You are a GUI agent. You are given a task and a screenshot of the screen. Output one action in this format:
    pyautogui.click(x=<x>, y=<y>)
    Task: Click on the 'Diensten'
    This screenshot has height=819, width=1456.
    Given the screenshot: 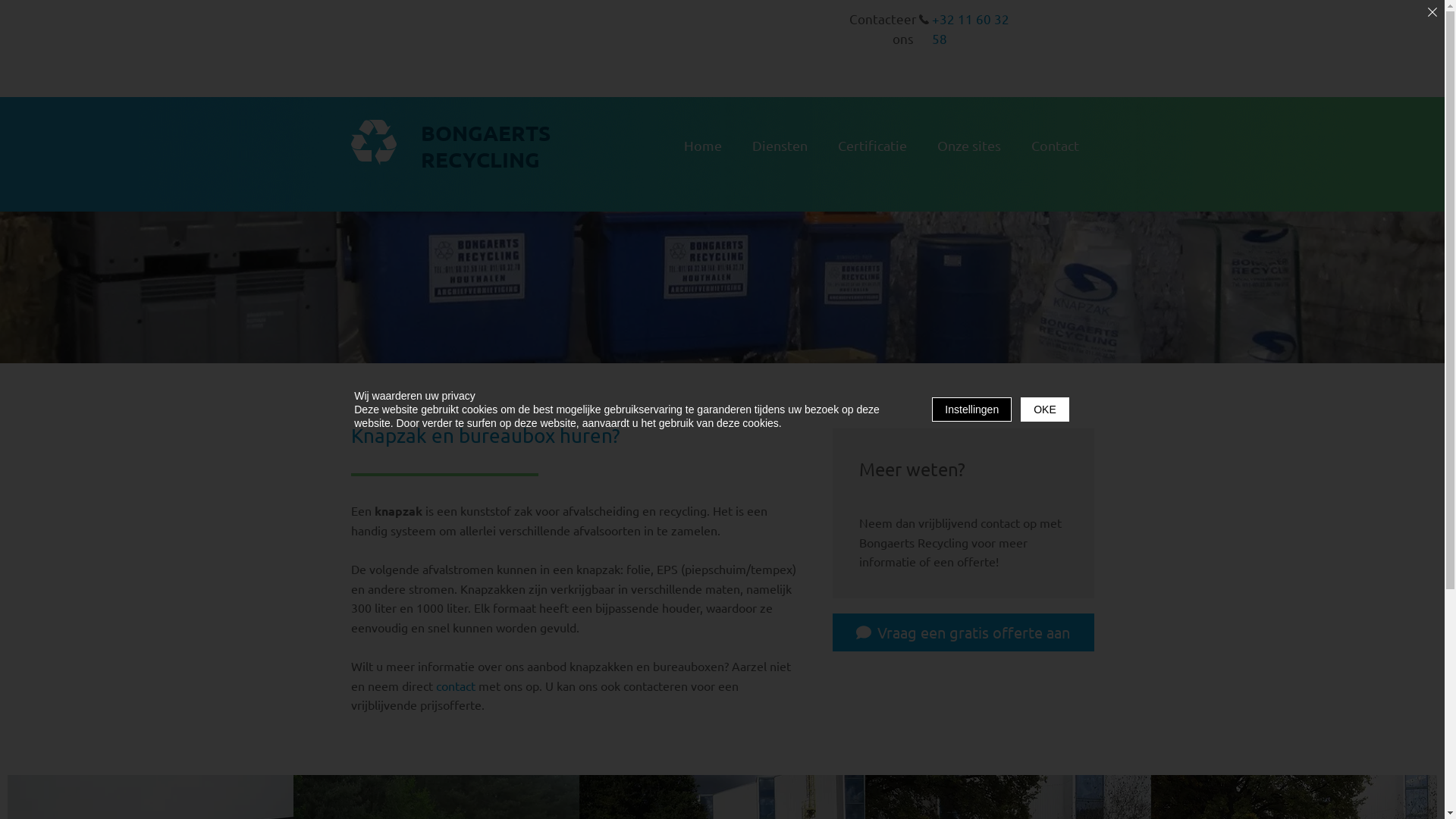 What is the action you would take?
    pyautogui.click(x=780, y=146)
    